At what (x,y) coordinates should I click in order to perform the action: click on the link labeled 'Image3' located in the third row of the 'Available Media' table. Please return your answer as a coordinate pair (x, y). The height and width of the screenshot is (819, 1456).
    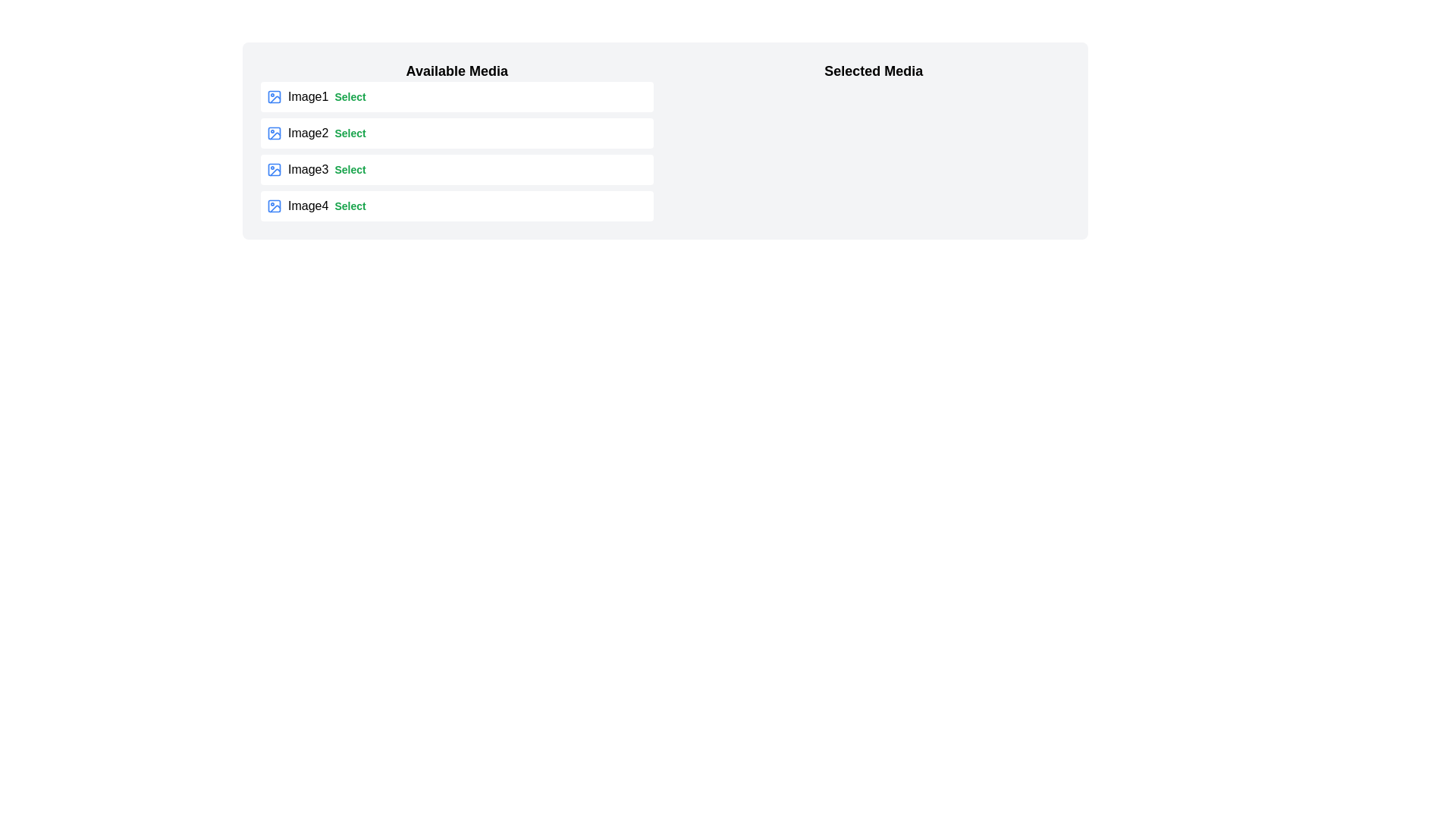
    Looking at the image, I should click on (349, 169).